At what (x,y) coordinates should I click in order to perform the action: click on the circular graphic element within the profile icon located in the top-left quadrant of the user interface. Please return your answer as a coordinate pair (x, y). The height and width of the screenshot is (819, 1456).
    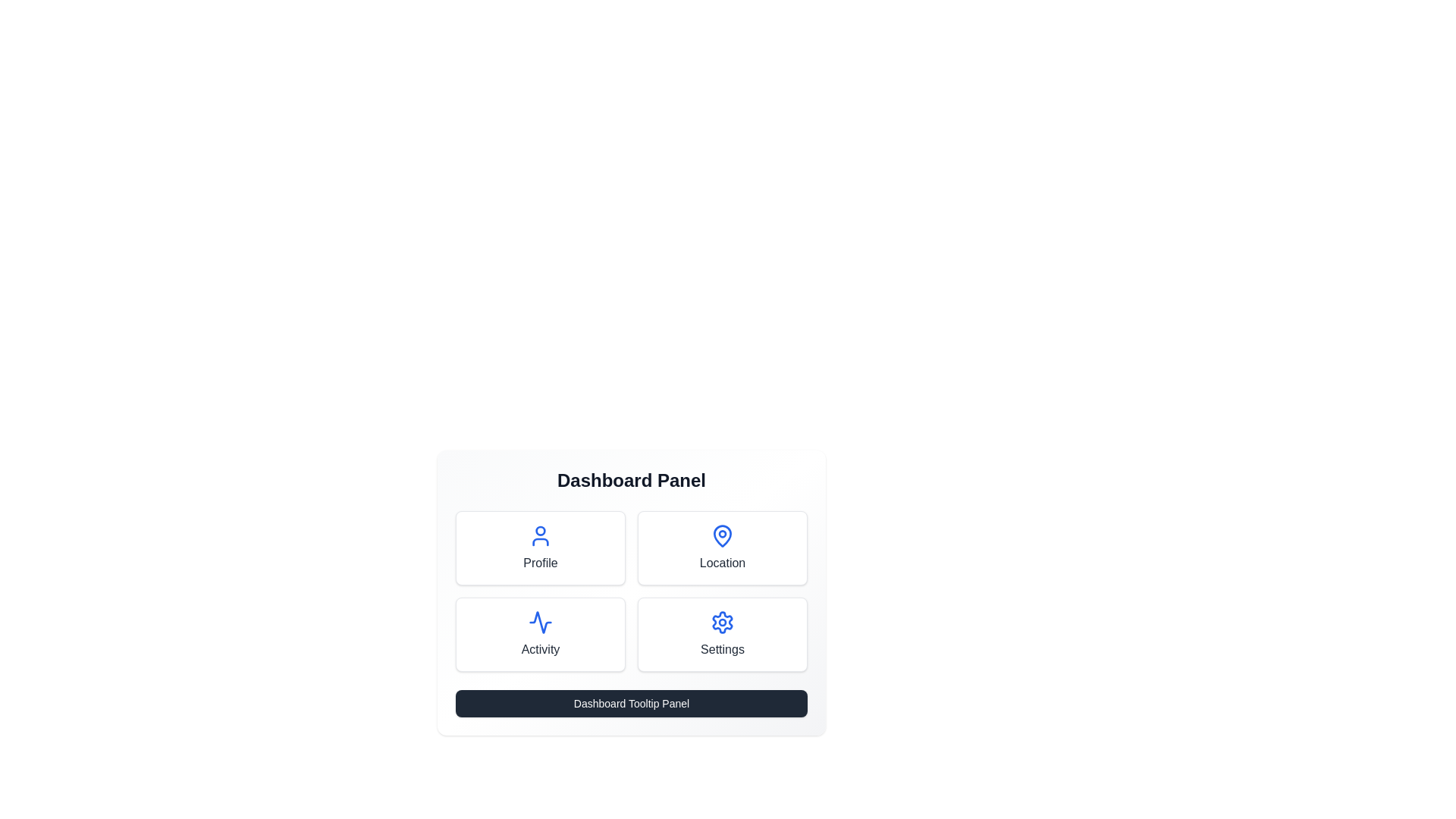
    Looking at the image, I should click on (541, 529).